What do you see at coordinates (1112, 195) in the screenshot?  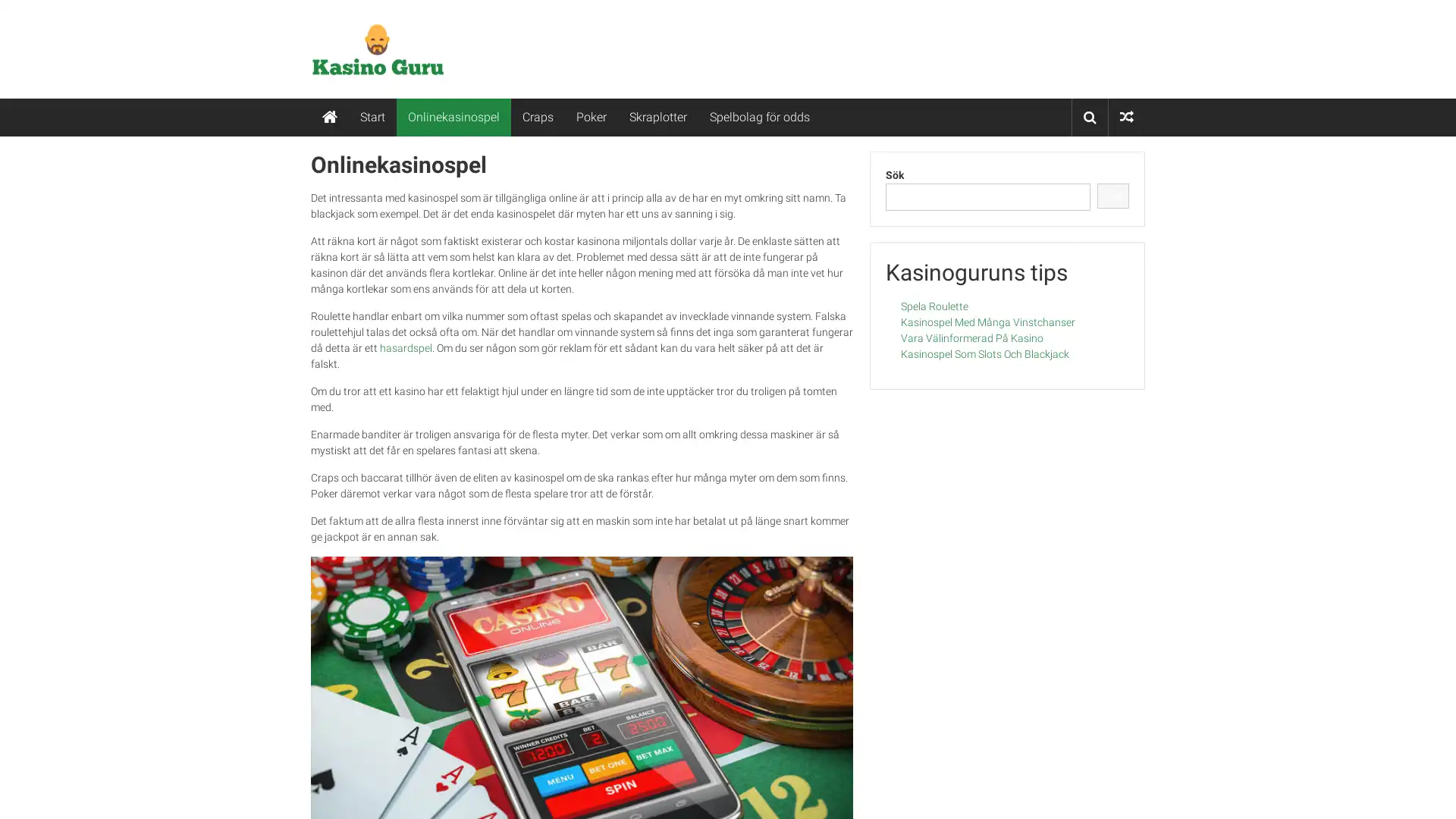 I see `Sok` at bounding box center [1112, 195].